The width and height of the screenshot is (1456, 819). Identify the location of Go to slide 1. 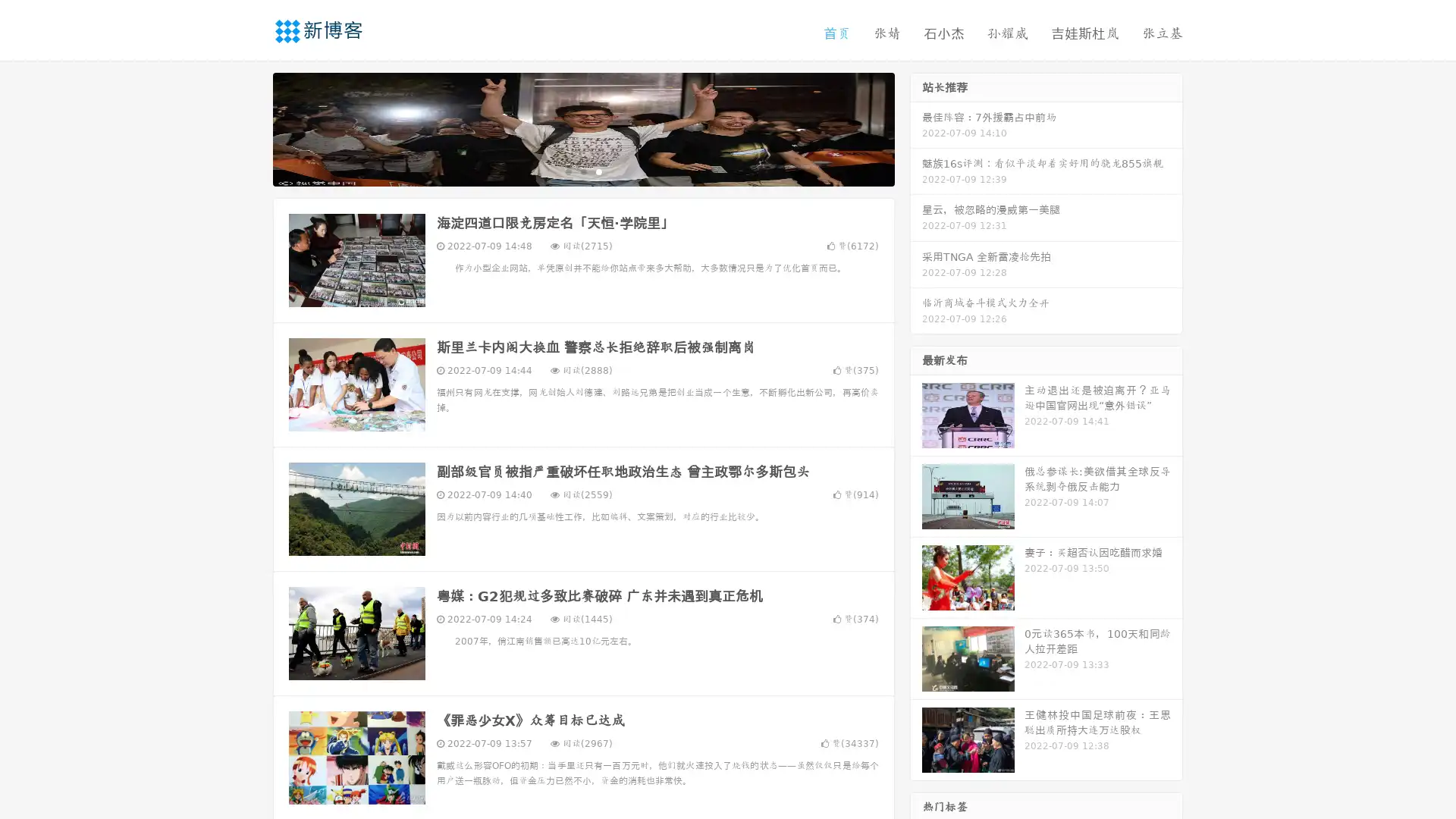
(567, 171).